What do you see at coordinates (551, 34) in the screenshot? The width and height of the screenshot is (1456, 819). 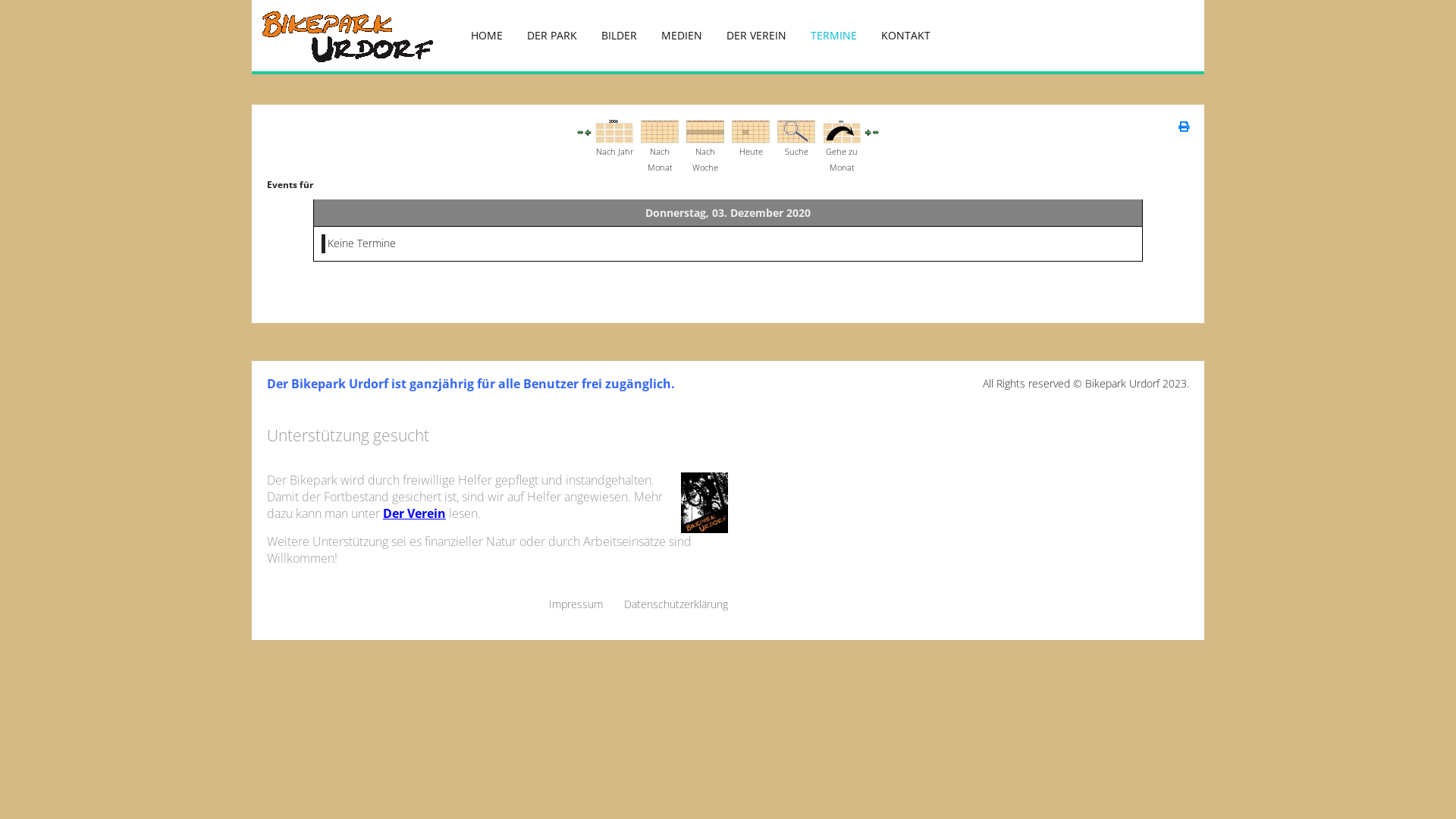 I see `'DER PARK'` at bounding box center [551, 34].